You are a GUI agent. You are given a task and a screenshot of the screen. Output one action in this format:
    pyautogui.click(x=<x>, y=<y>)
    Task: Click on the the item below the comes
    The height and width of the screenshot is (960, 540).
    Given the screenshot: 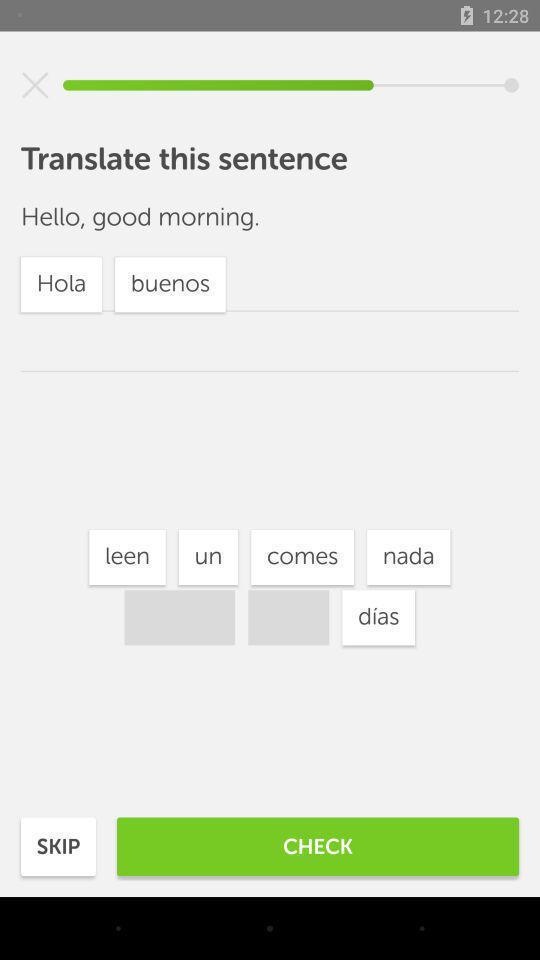 What is the action you would take?
    pyautogui.click(x=378, y=616)
    